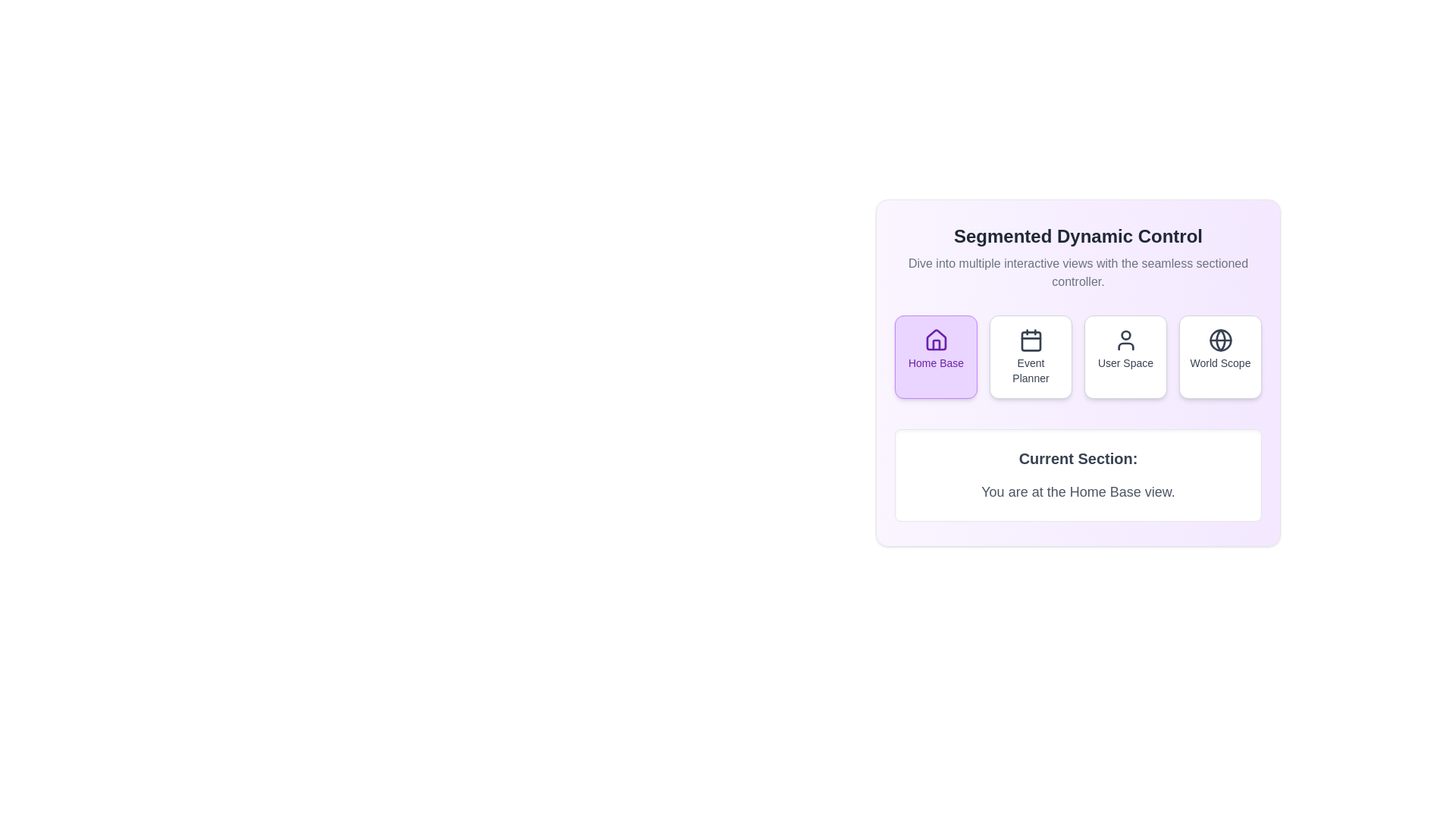 The height and width of the screenshot is (819, 1456). Describe the element at coordinates (1077, 256) in the screenshot. I see `the TextBlock titled 'Segmented Dynamic Control' which is styled in bold and contains a description about interactive views` at that location.